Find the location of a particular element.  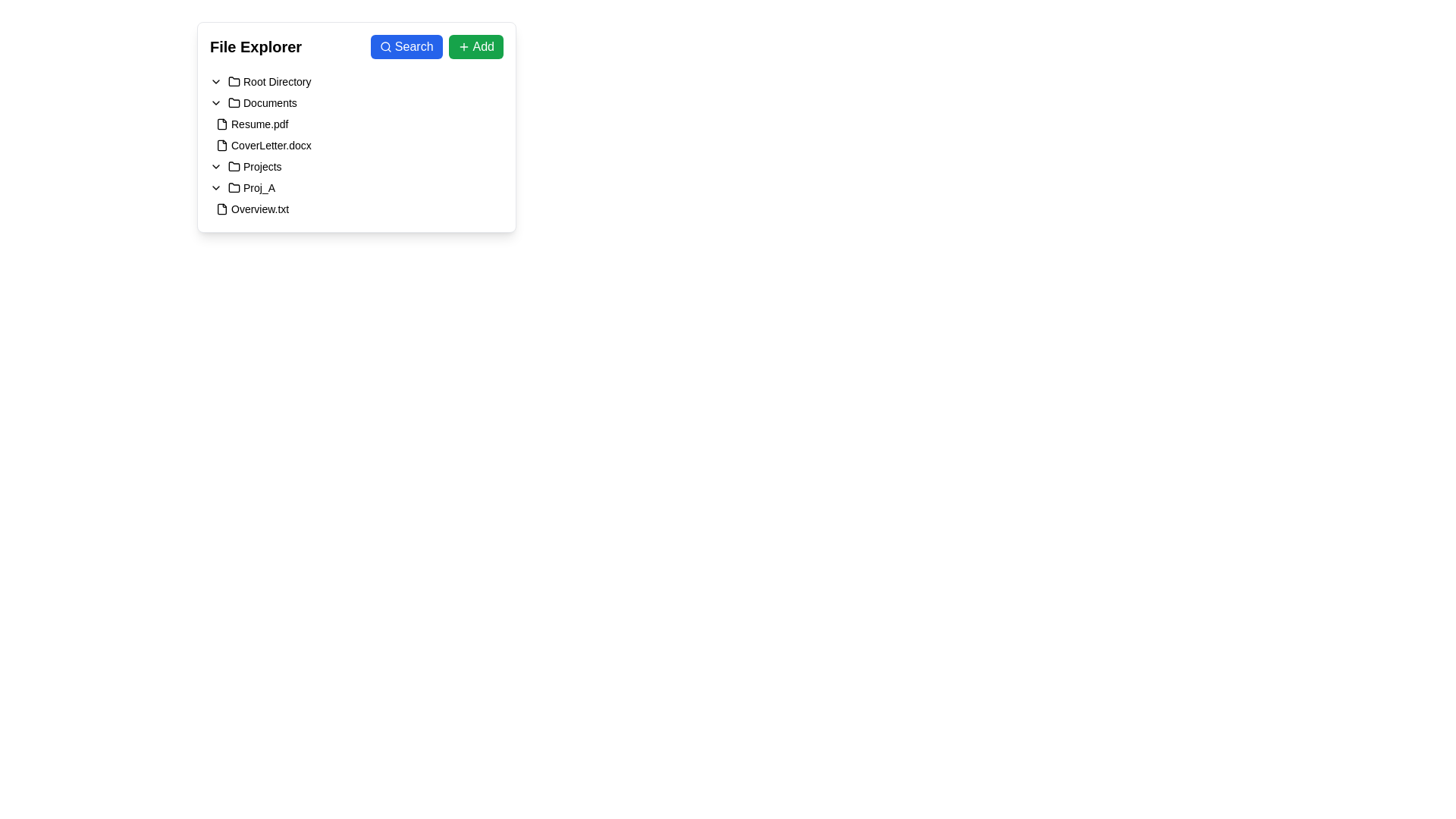

the small file icon next to the text 'Resume.pdf' in the file explorer interface is located at coordinates (221, 124).